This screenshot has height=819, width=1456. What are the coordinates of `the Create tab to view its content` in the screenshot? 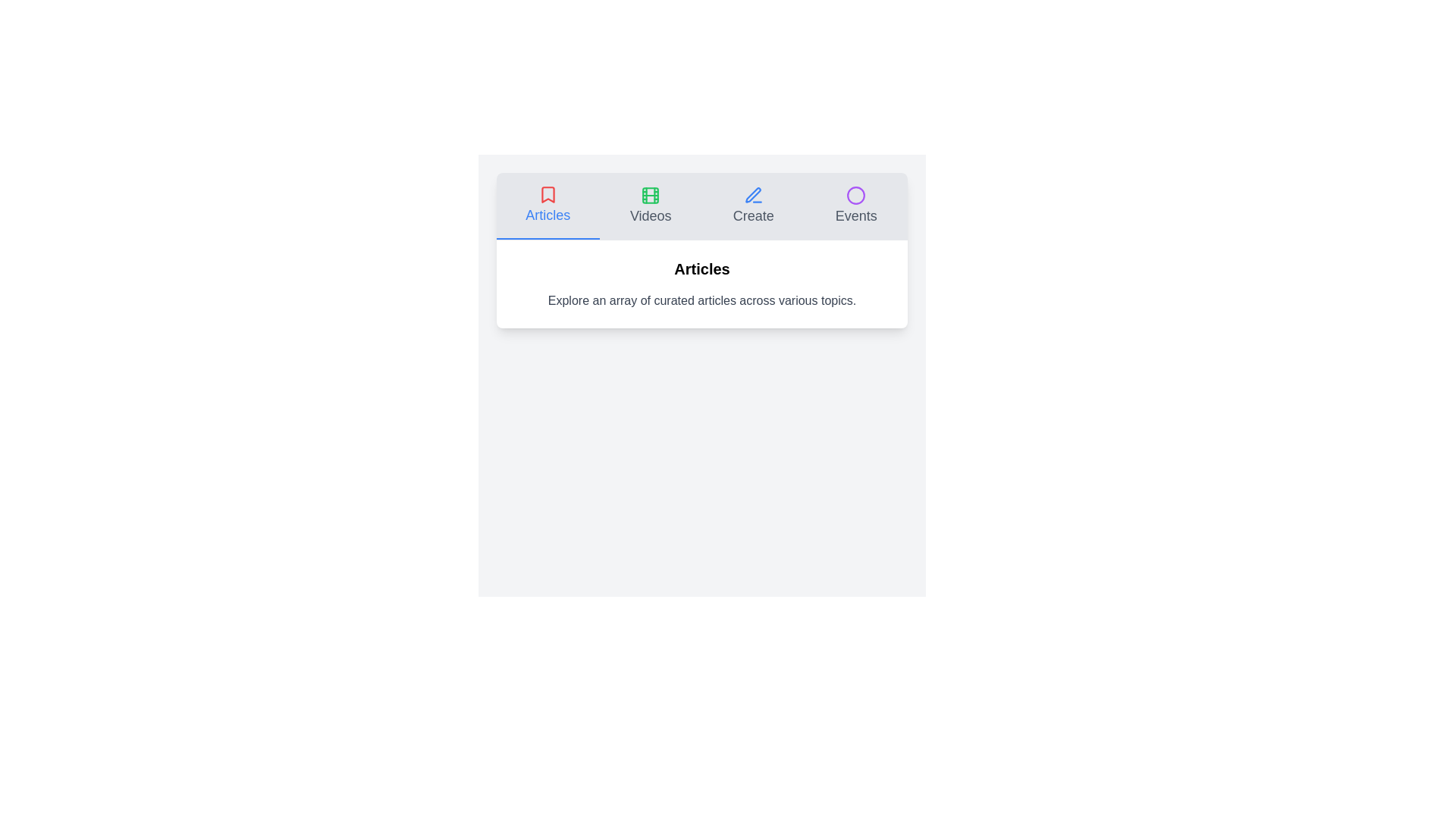 It's located at (753, 206).